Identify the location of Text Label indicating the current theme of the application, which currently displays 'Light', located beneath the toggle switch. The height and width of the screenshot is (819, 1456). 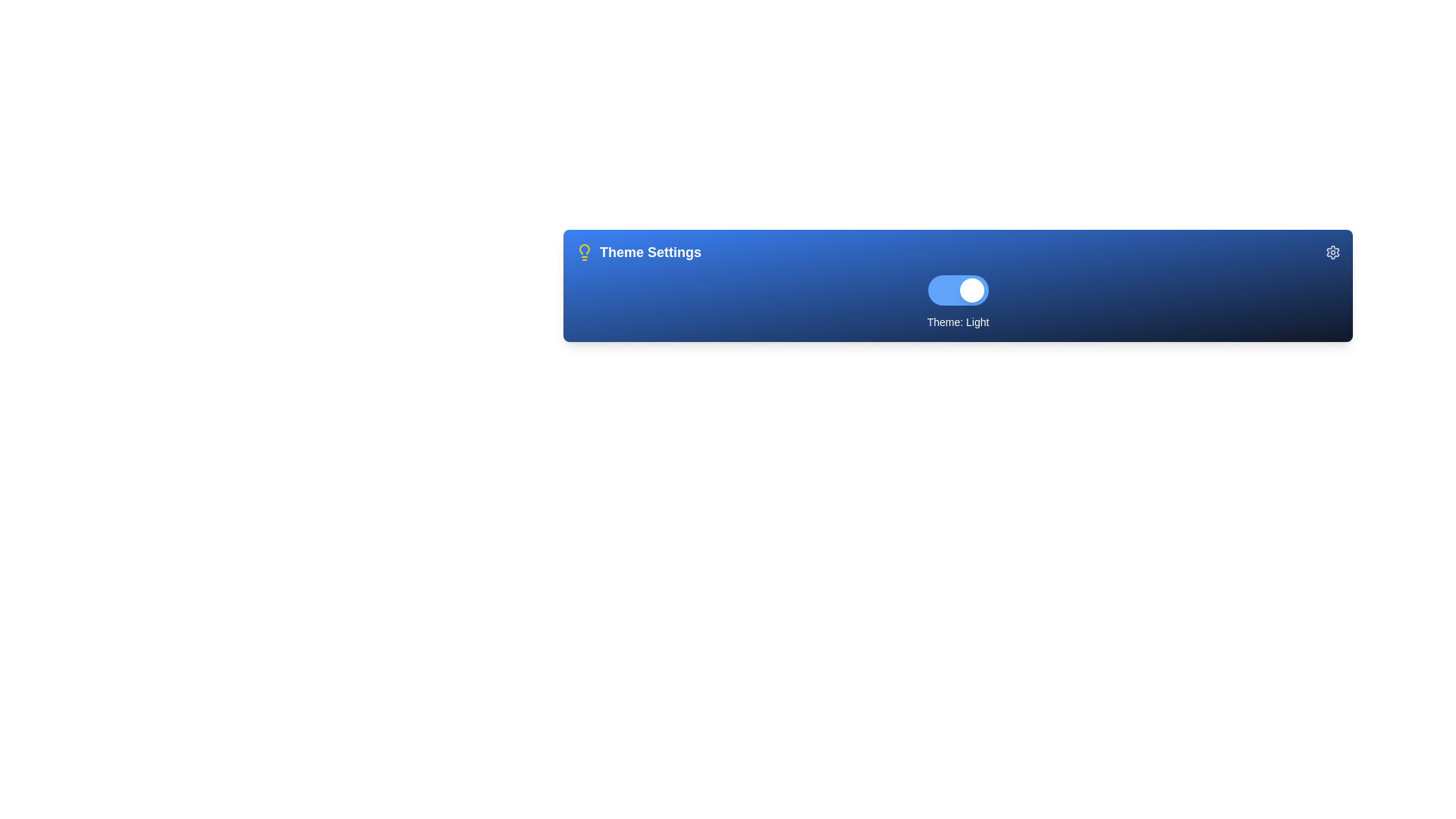
(957, 321).